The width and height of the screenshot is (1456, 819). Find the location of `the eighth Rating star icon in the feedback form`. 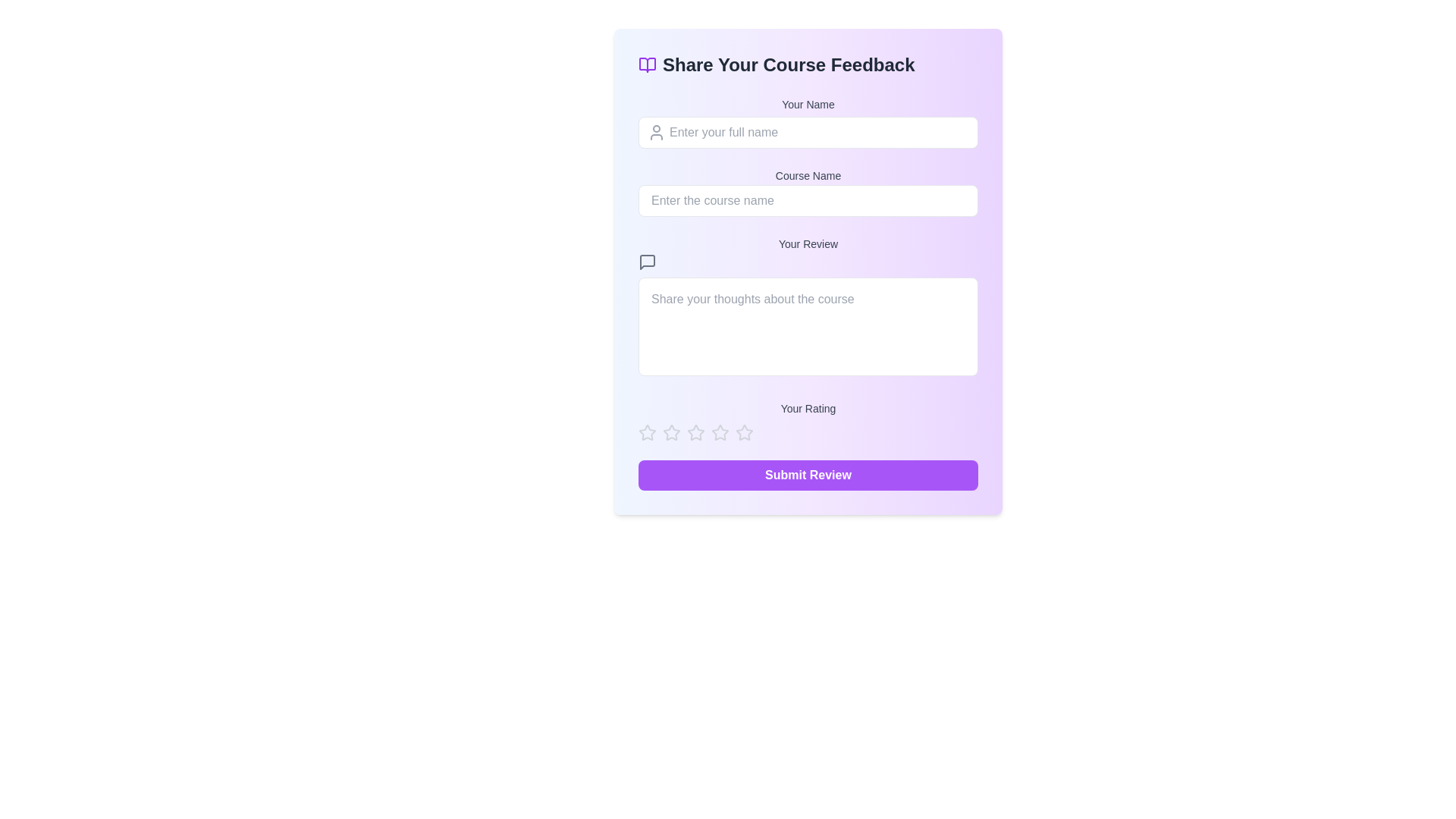

the eighth Rating star icon in the feedback form is located at coordinates (745, 432).